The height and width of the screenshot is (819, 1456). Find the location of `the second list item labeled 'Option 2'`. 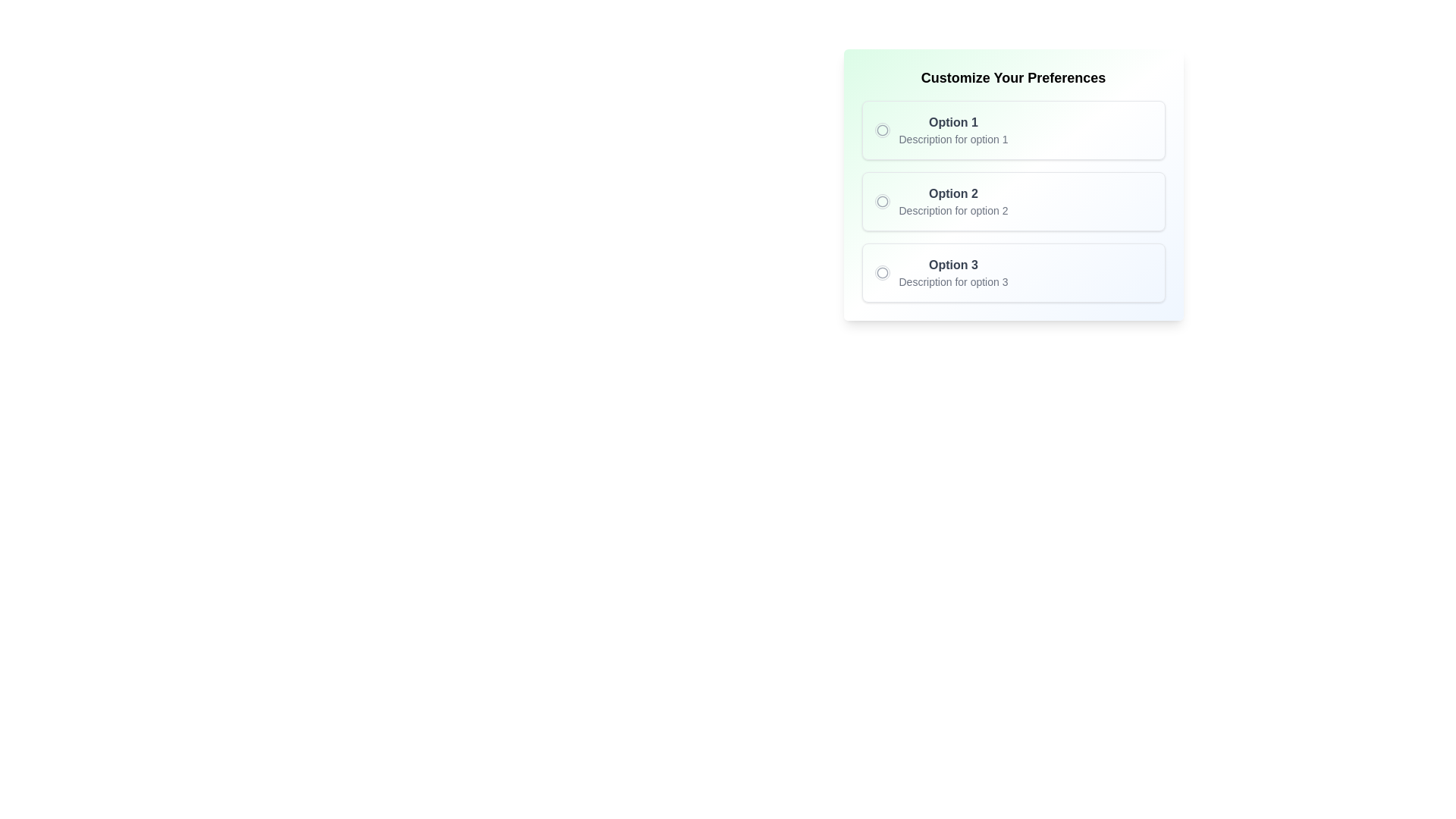

the second list item labeled 'Option 2' is located at coordinates (1013, 184).